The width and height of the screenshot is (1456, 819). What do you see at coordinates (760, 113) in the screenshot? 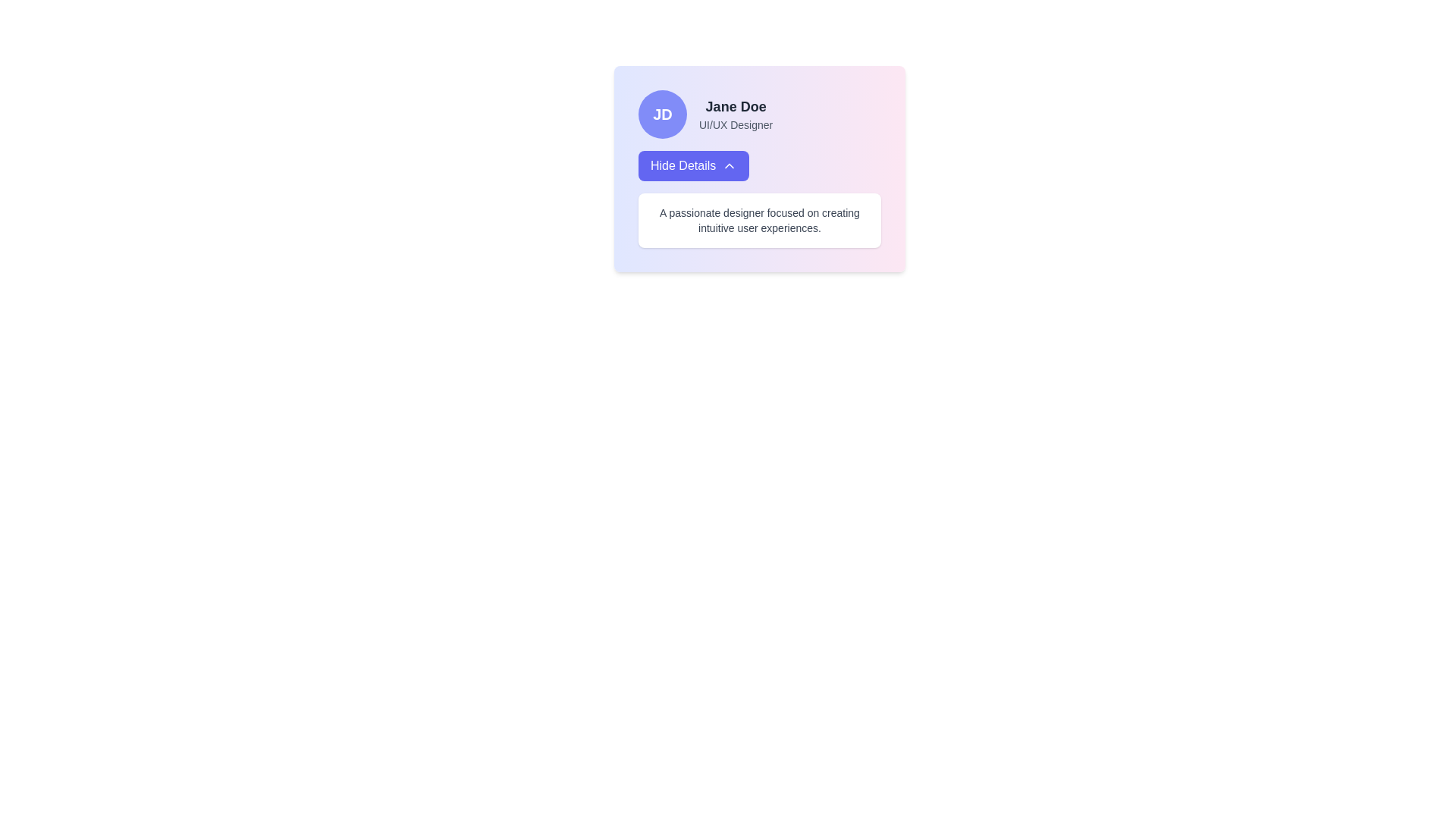
I see `the Profile Display element featuring a circular avatar with initials 'JD' and the name 'Jane Doe' next to it` at bounding box center [760, 113].